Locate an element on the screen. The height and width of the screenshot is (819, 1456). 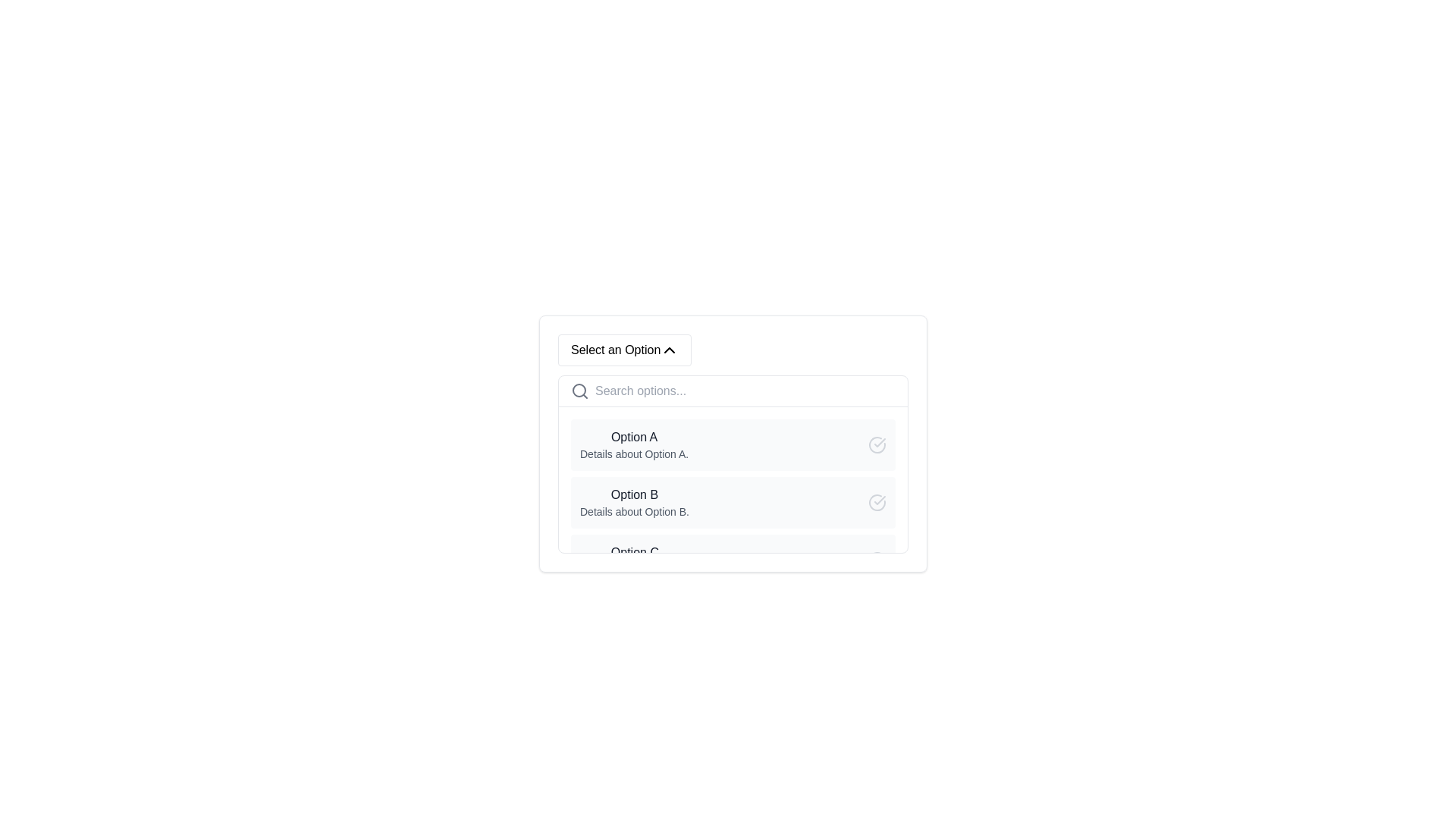
the label reading 'Option A' located in the dropdown menu under 'Select an Option' is located at coordinates (634, 438).